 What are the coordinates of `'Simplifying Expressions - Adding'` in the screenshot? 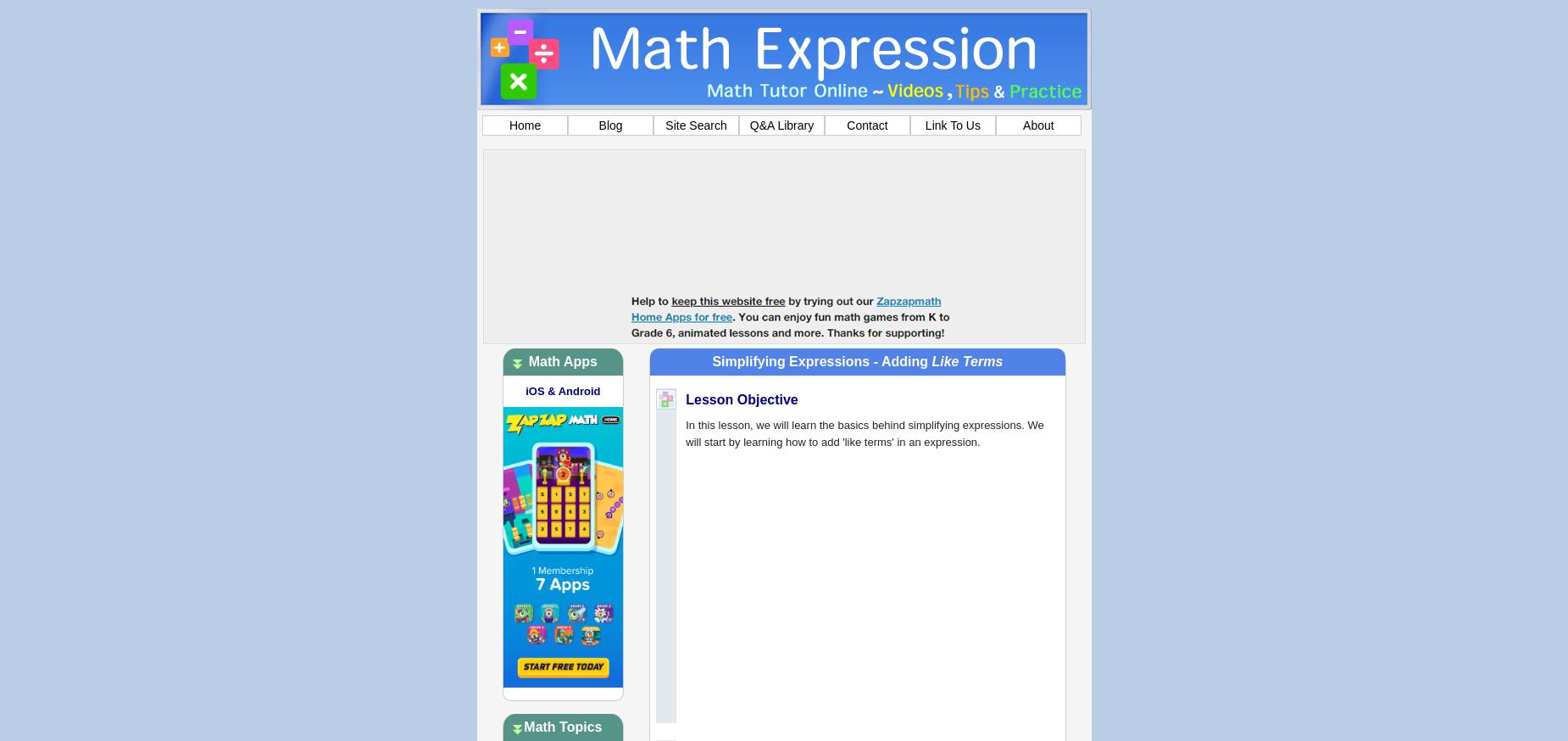 It's located at (820, 360).